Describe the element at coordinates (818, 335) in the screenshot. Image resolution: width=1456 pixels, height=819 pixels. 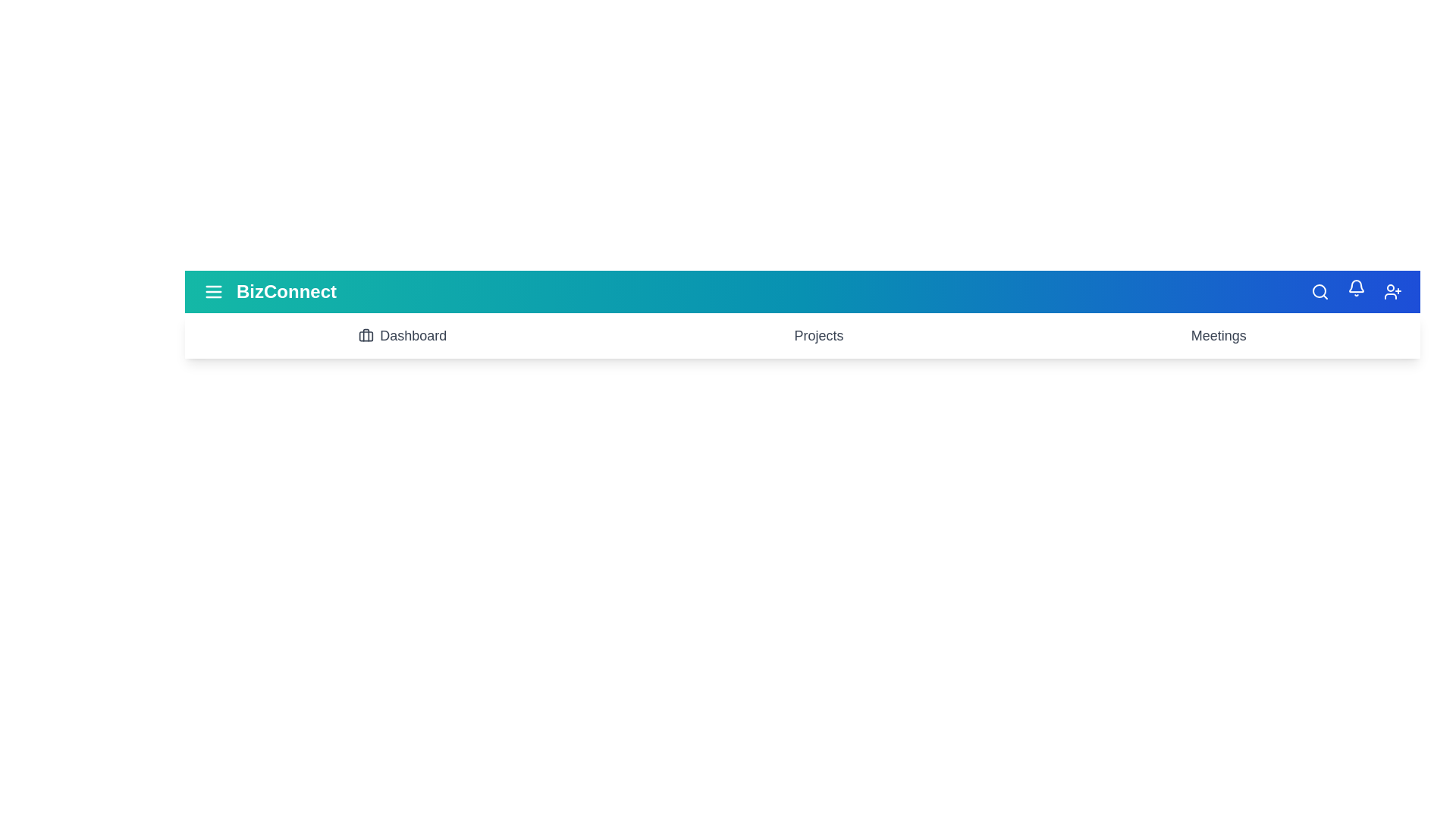
I see `the 'Projects' button to navigate to the projects section` at that location.